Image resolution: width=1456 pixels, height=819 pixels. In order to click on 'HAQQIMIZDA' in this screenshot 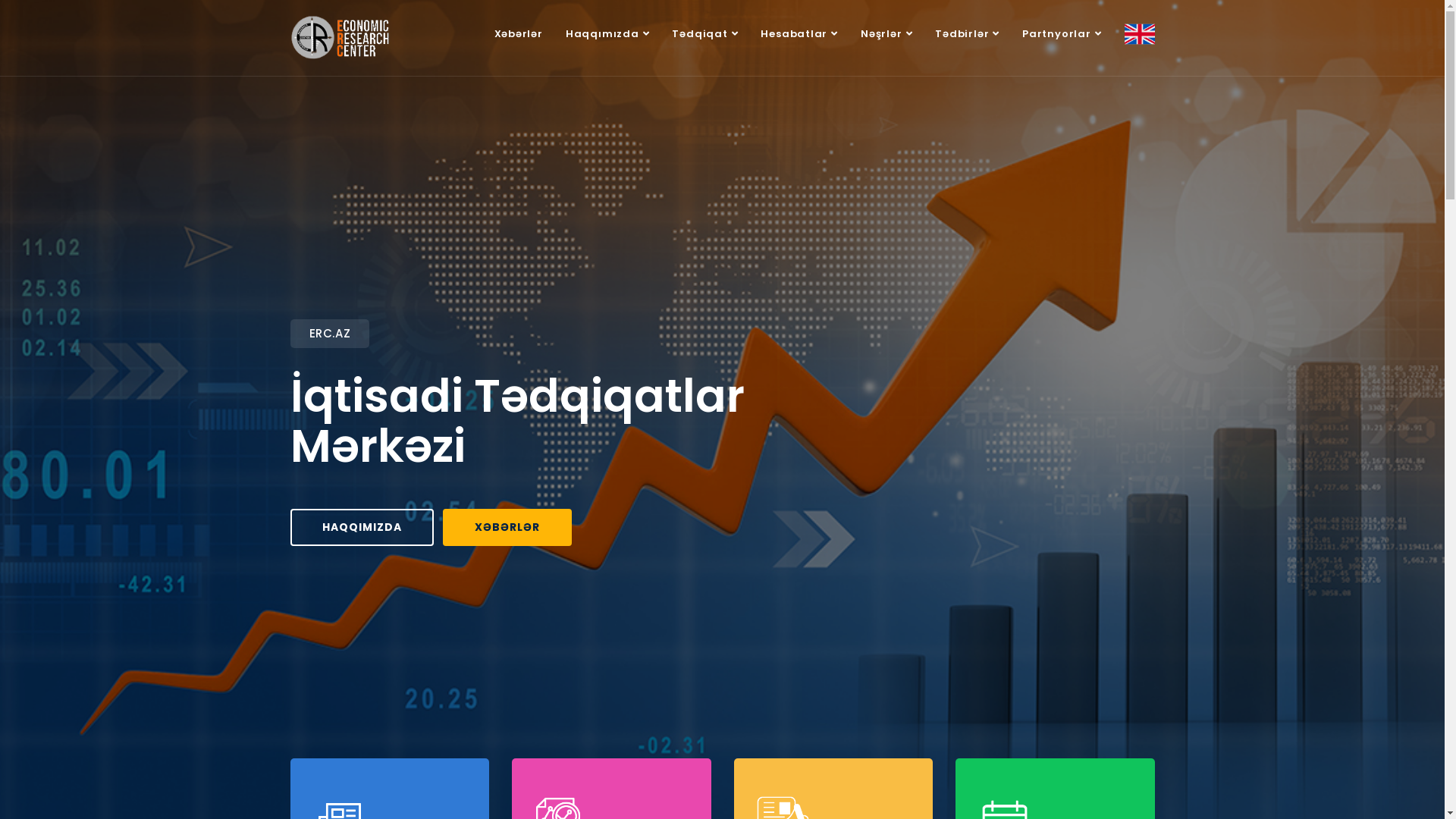, I will do `click(360, 526)`.